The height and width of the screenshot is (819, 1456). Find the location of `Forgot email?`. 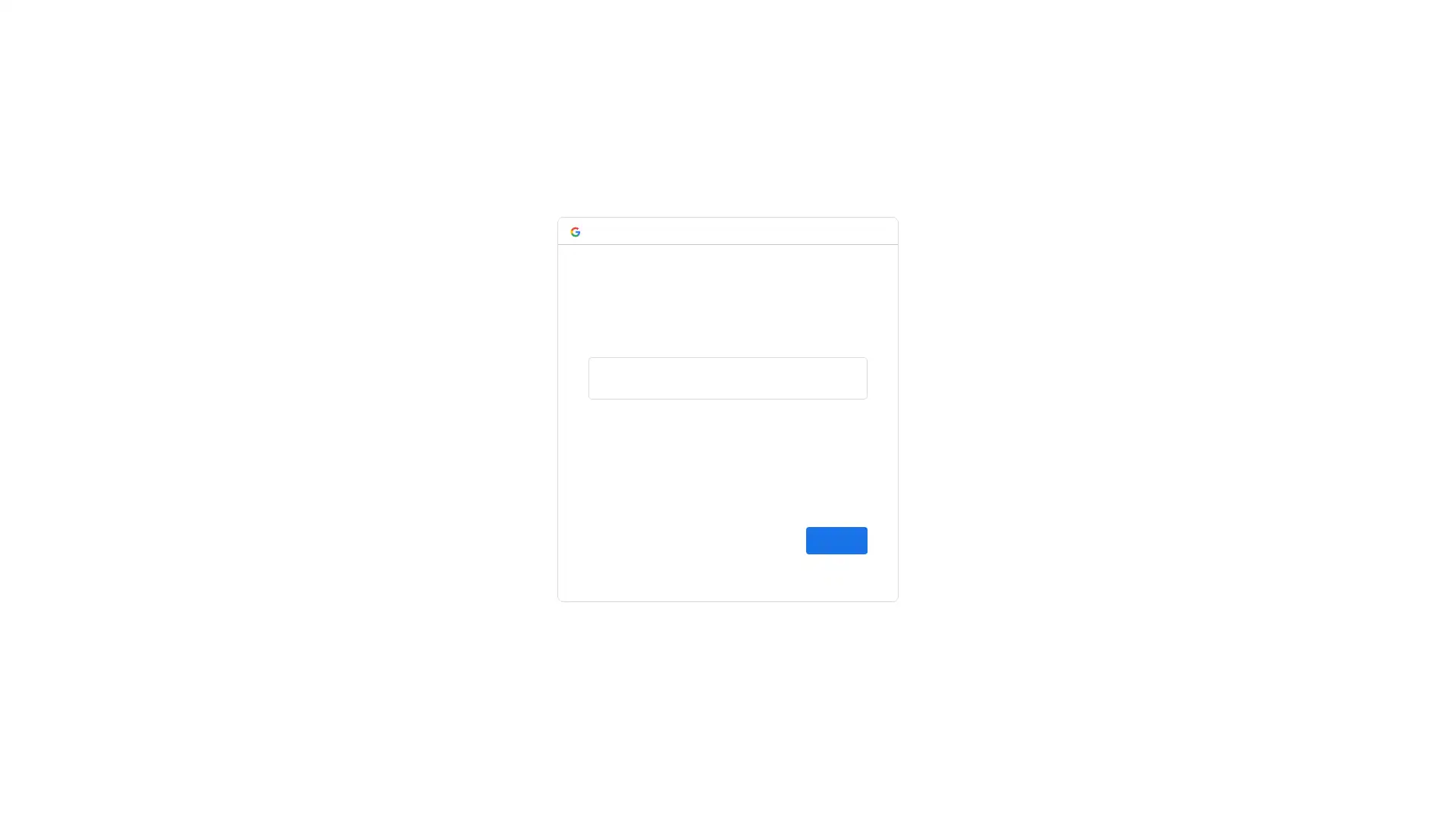

Forgot email? is located at coordinates (623, 414).